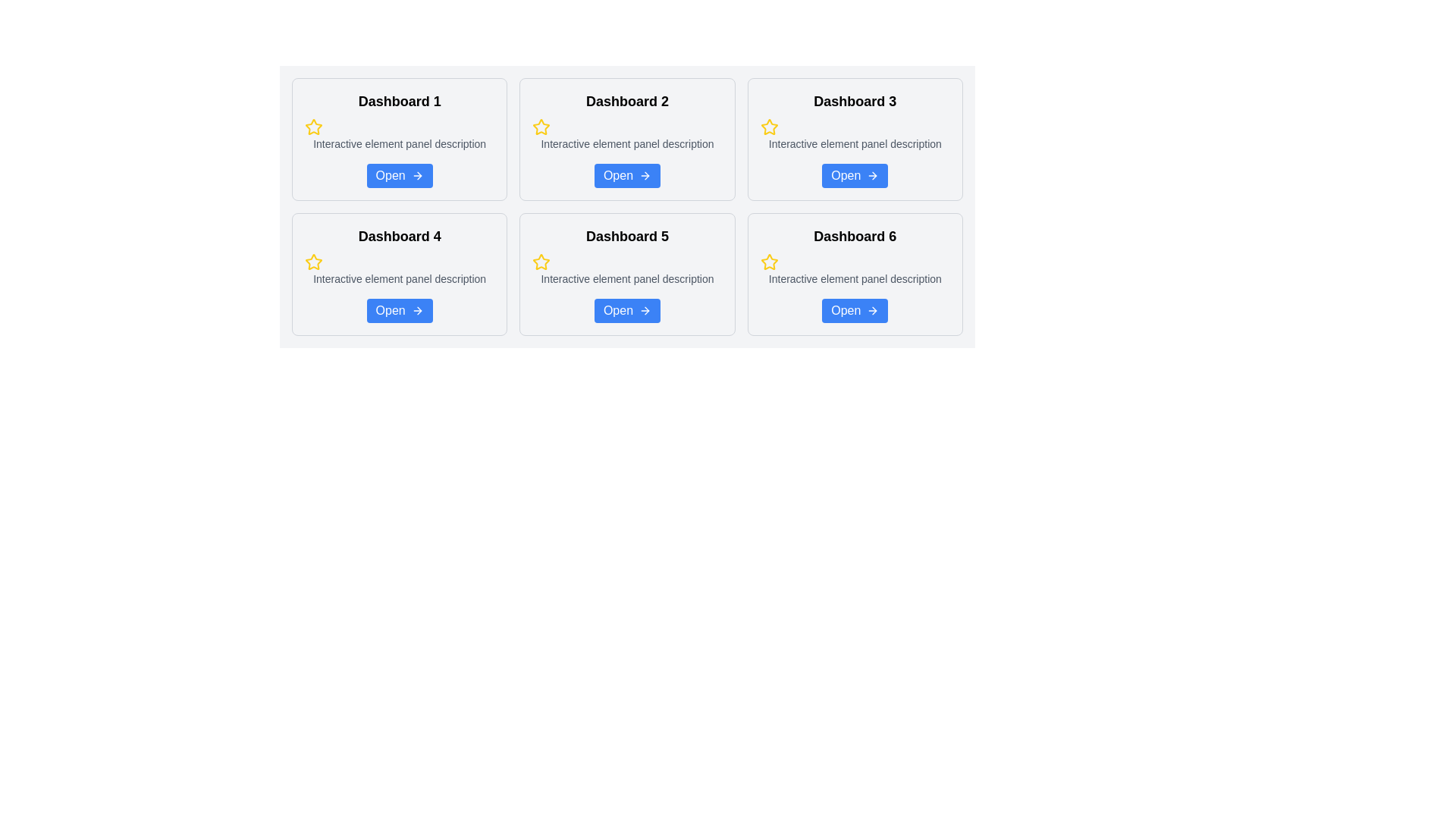 Image resolution: width=1456 pixels, height=819 pixels. What do you see at coordinates (873, 174) in the screenshot?
I see `the SVG Icon located within the 'Open' button in the third card of the top row in a grid layout, positioned to the right of the text 'Open'` at bounding box center [873, 174].